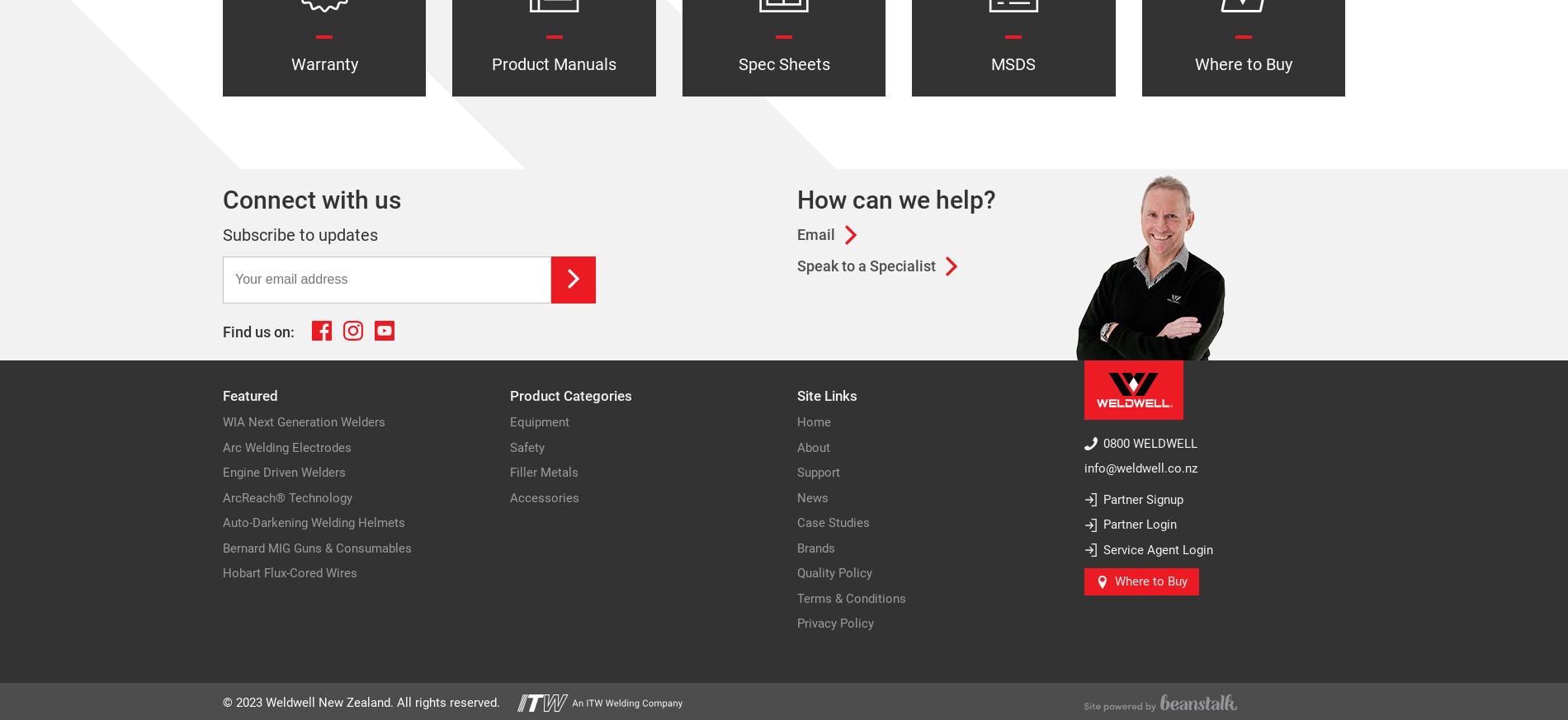  What do you see at coordinates (221, 572) in the screenshot?
I see `'Hobart Flux-Cored Wires'` at bounding box center [221, 572].